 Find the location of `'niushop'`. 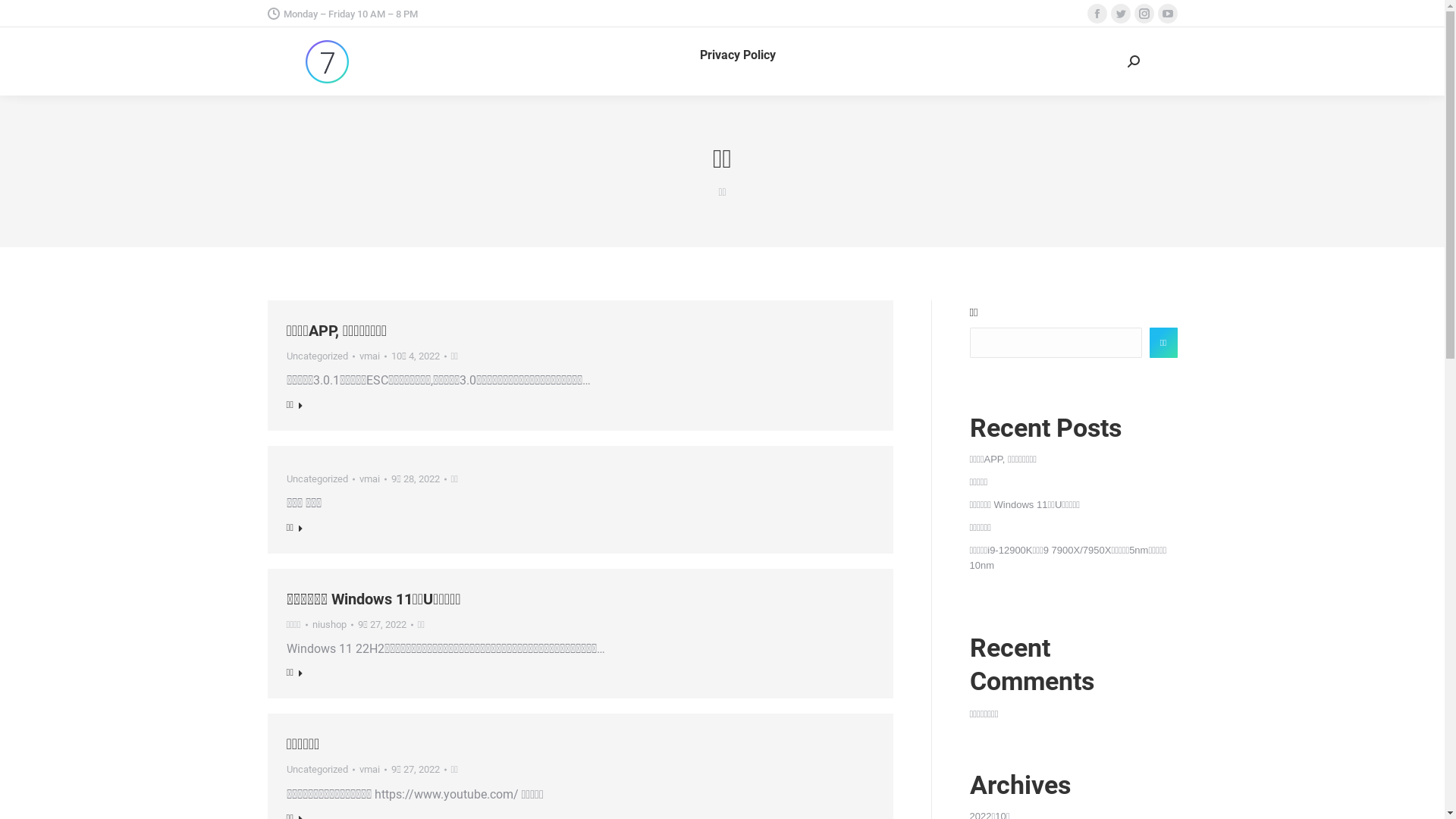

'niushop' is located at coordinates (331, 625).